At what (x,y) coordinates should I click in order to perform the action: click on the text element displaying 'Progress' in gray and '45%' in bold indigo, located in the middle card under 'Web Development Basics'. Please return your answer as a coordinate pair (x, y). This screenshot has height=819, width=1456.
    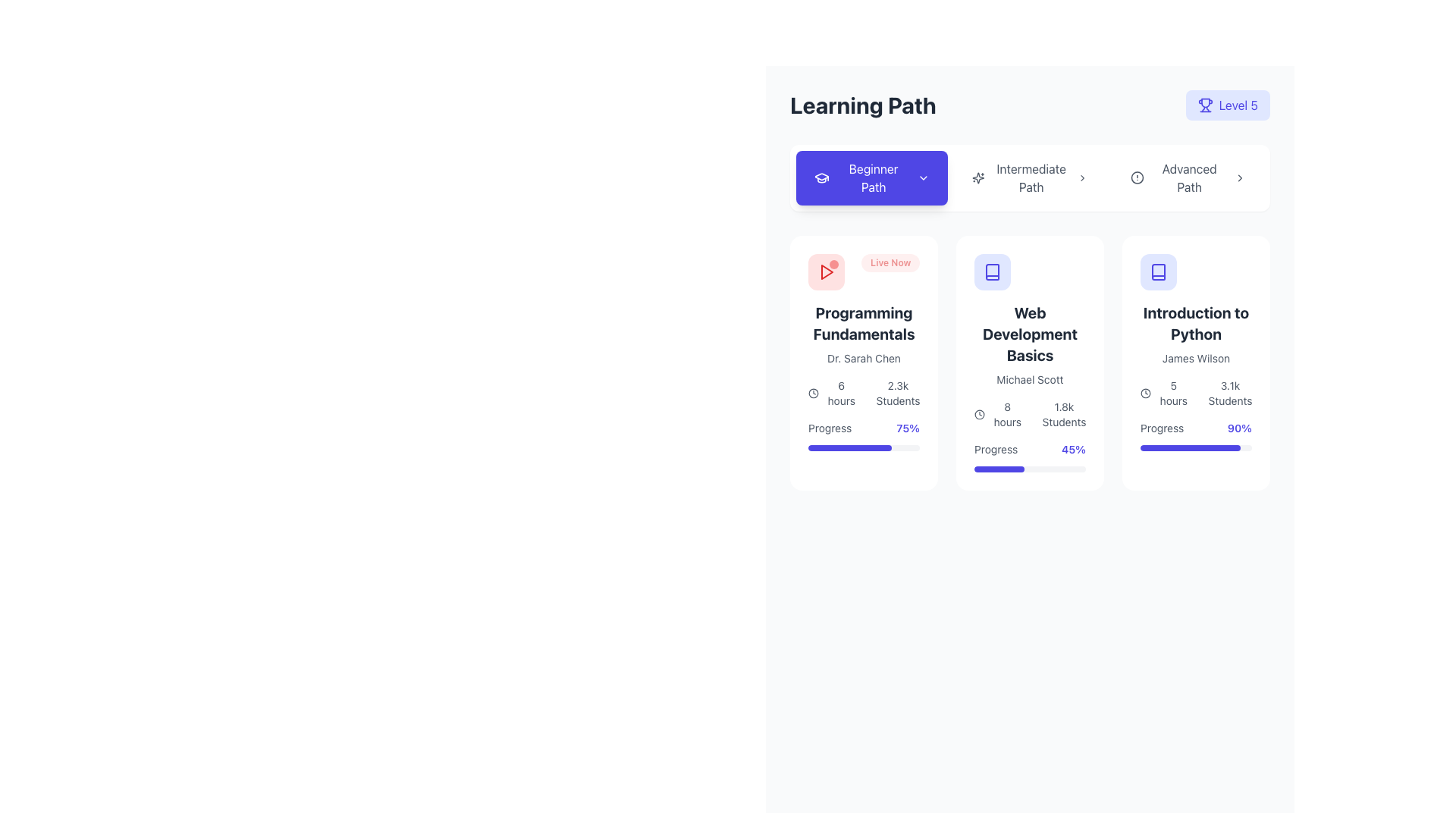
    Looking at the image, I should click on (1030, 449).